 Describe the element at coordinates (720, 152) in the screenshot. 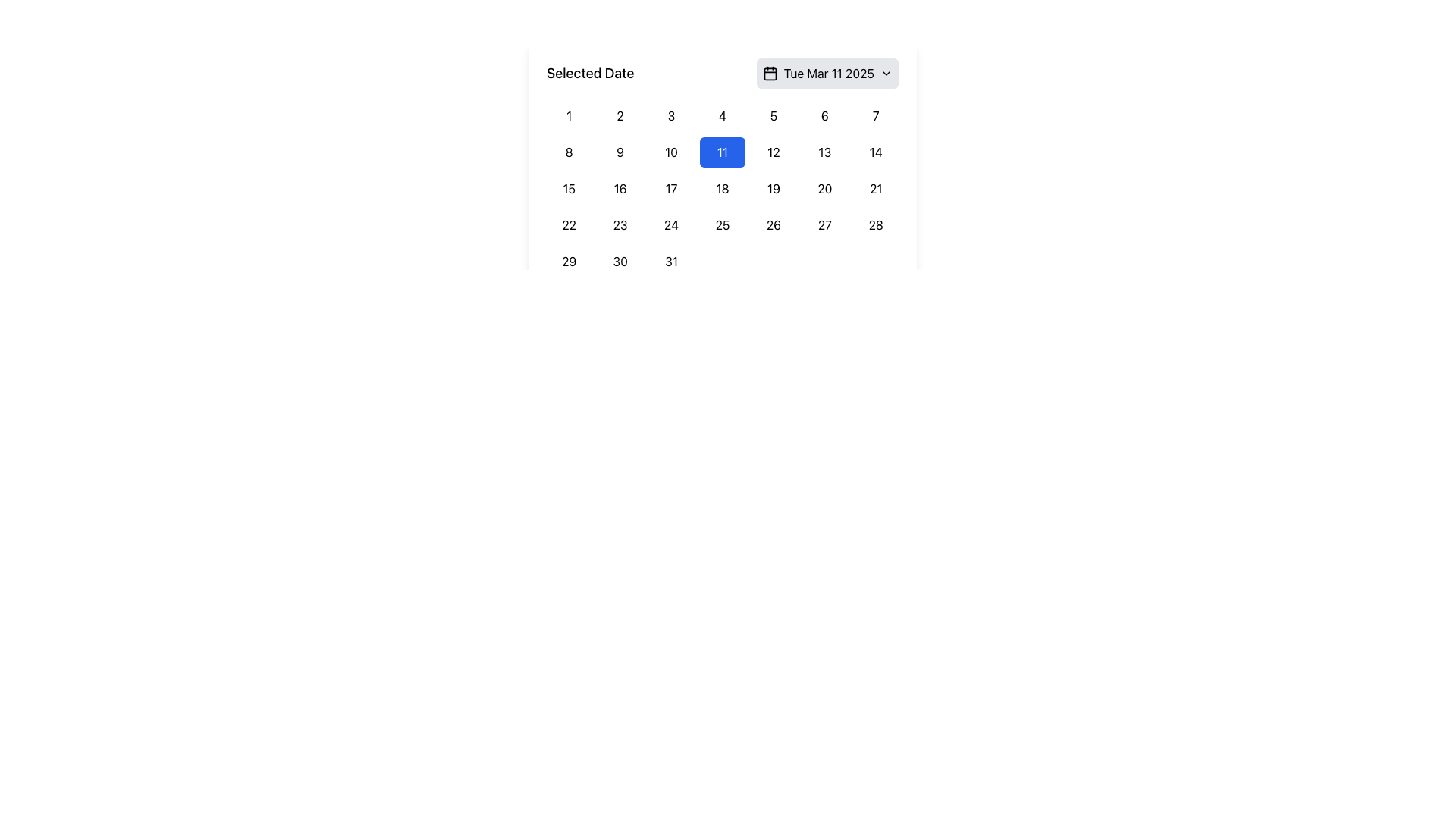

I see `the blue button labeled '11'` at that location.